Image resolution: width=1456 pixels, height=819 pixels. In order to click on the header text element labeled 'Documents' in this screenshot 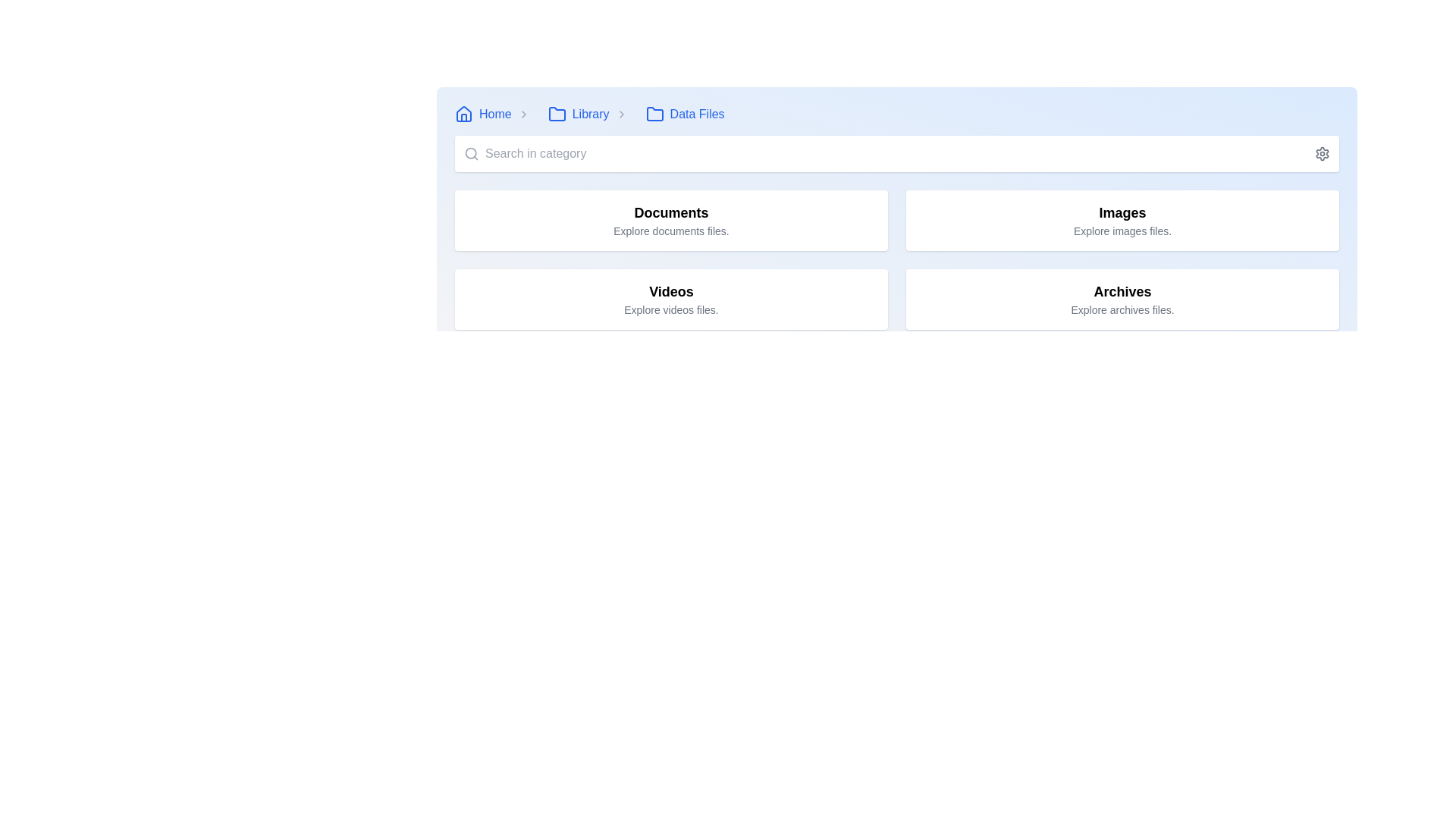, I will do `click(670, 213)`.